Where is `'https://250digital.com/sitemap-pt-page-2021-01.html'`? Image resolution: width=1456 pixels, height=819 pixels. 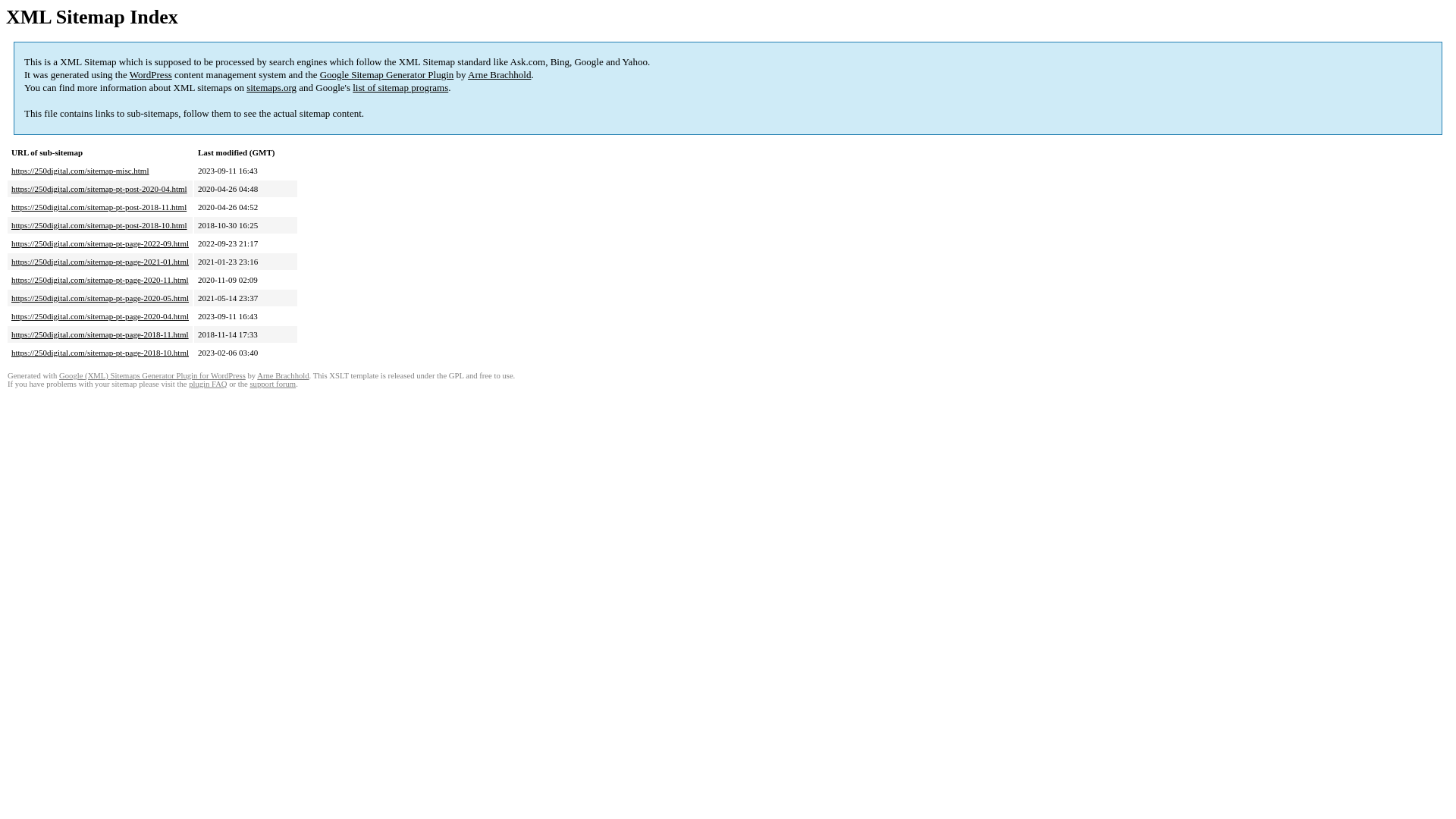 'https://250digital.com/sitemap-pt-page-2021-01.html' is located at coordinates (99, 260).